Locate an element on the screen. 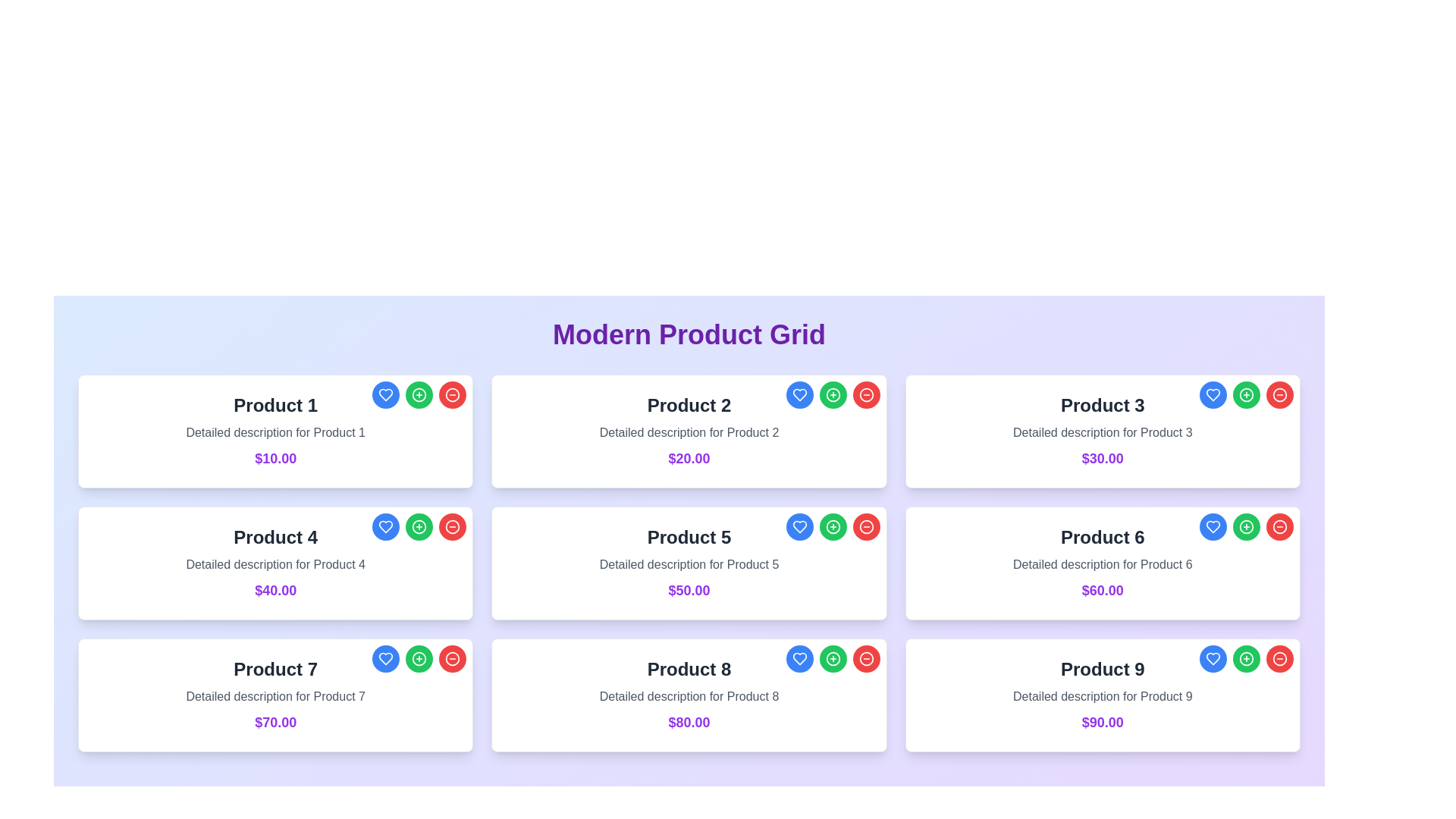 The image size is (1456, 819). the 'remove' icon button located in the top-right corner of the 'Product 8' card is located at coordinates (866, 657).